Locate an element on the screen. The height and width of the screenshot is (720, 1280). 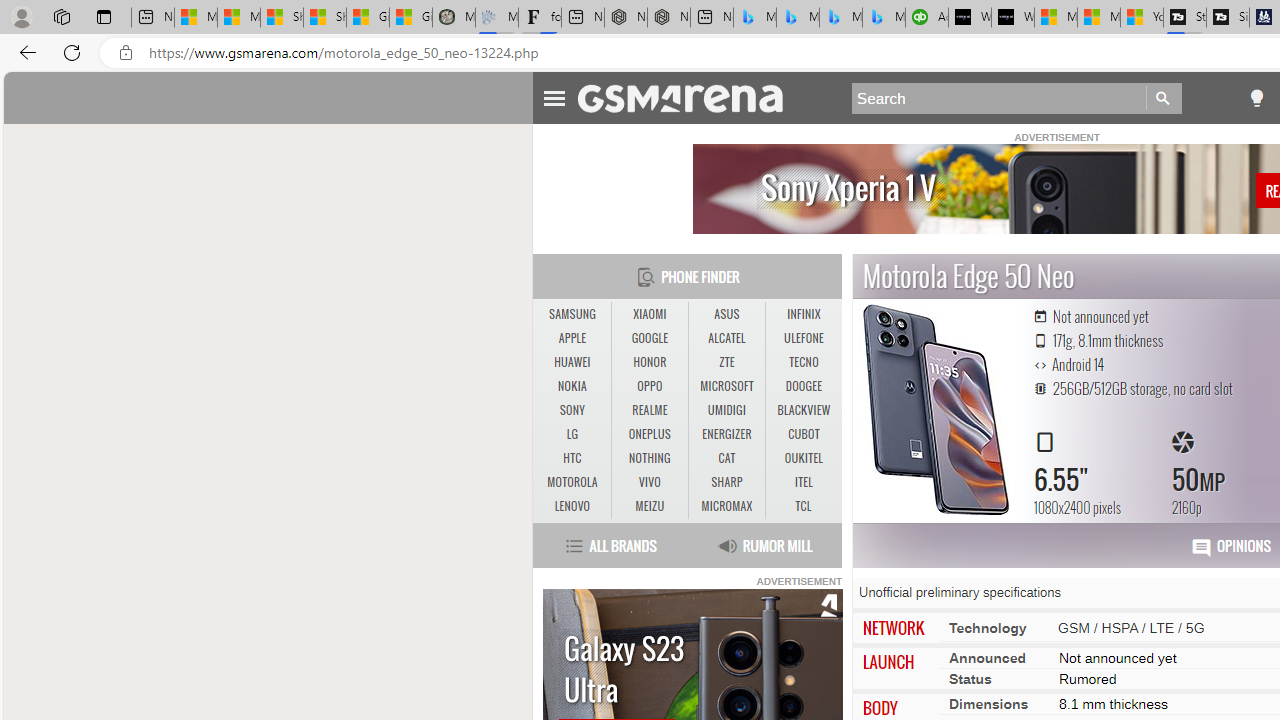
'XIAOMI' is located at coordinates (650, 315).